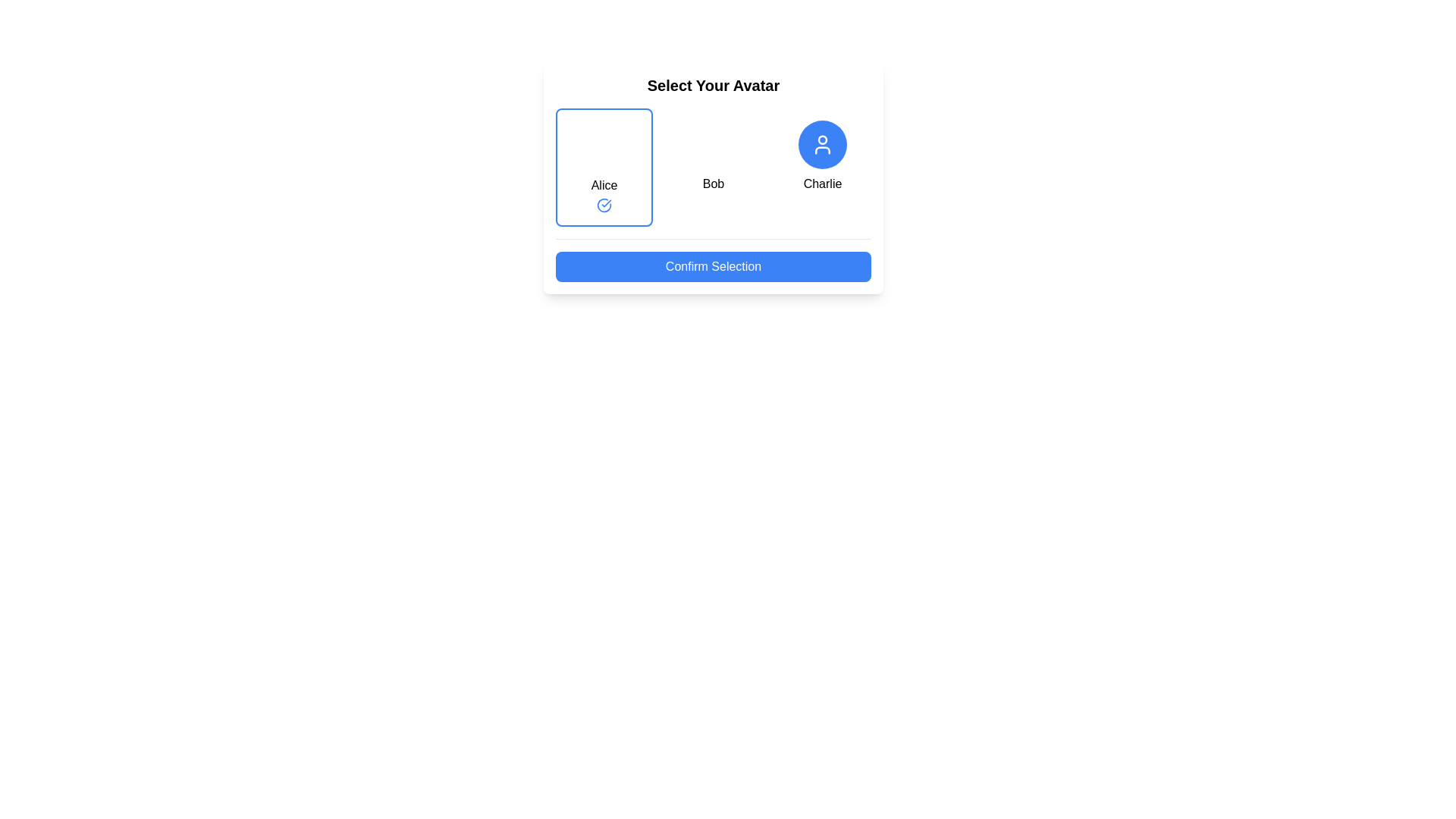 The height and width of the screenshot is (819, 1456). What do you see at coordinates (603, 205) in the screenshot?
I see `active selection icon for the 'Alice' avatar located near the center-bottom of the avatar box` at bounding box center [603, 205].